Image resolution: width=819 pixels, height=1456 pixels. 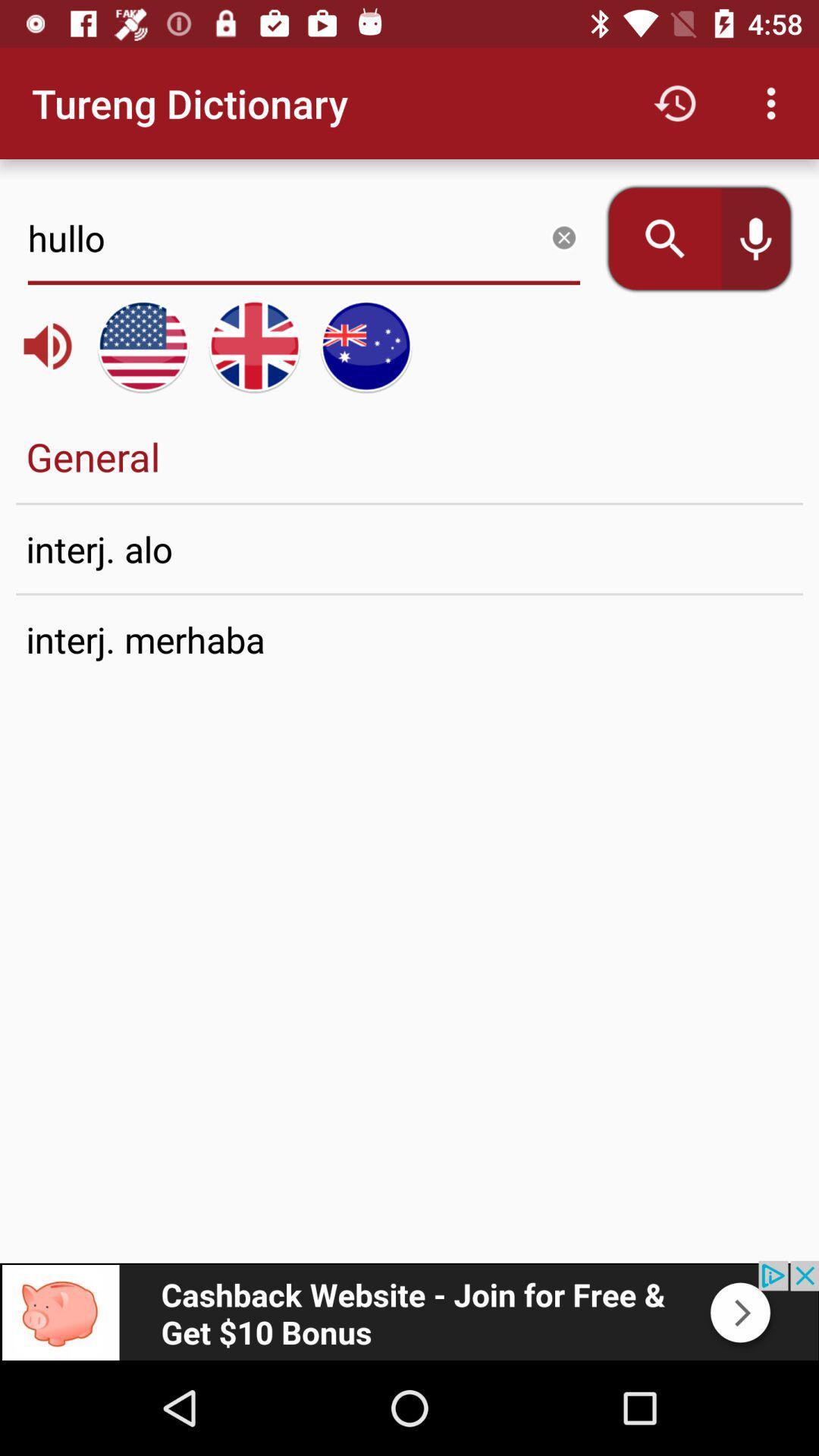 I want to click on the search icon, so click(x=654, y=238).